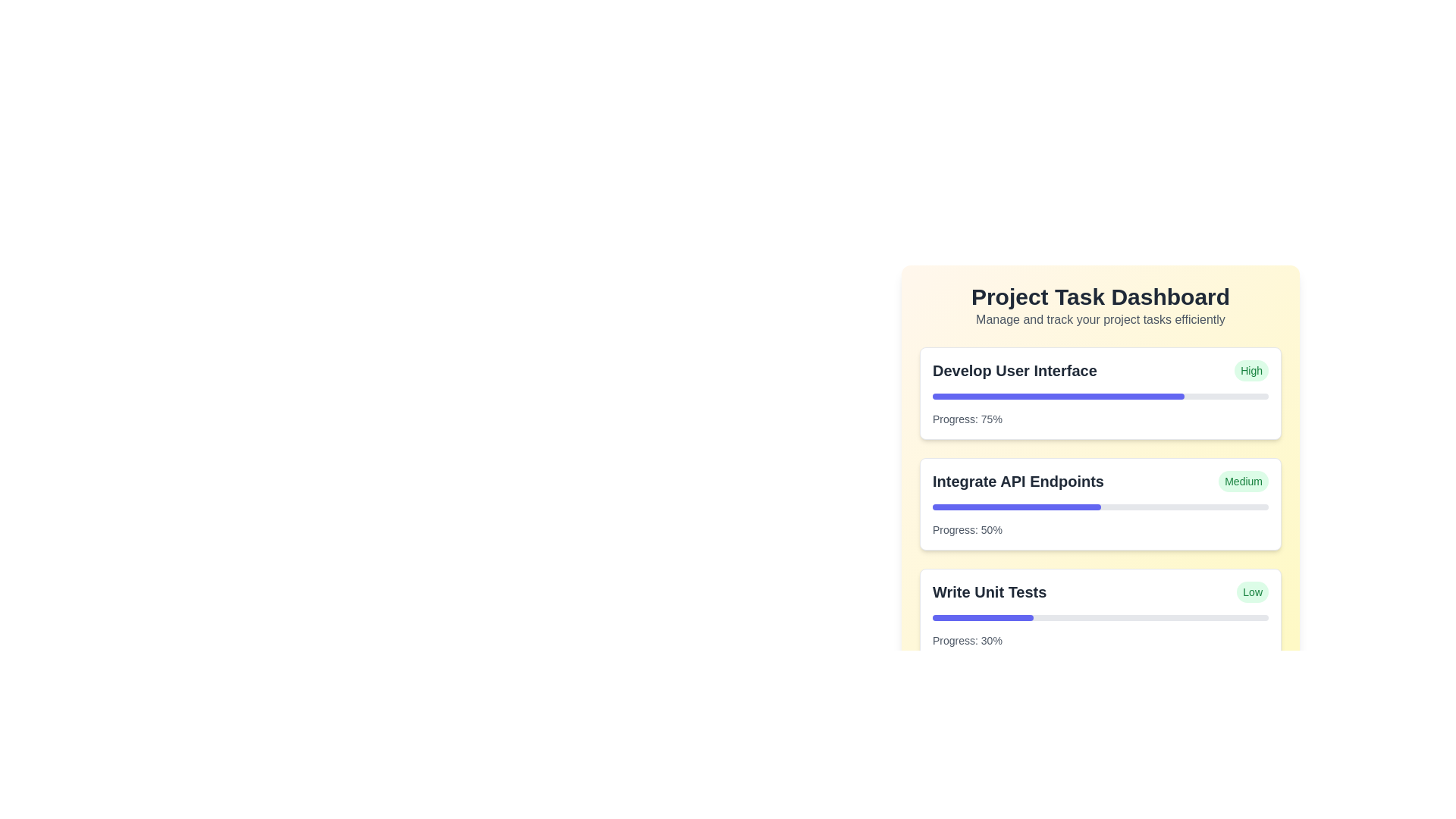  Describe the element at coordinates (1015, 371) in the screenshot. I see `the main title label that identifies a specific task in the dashboard, positioned to the left of the 'High' priority label` at that location.